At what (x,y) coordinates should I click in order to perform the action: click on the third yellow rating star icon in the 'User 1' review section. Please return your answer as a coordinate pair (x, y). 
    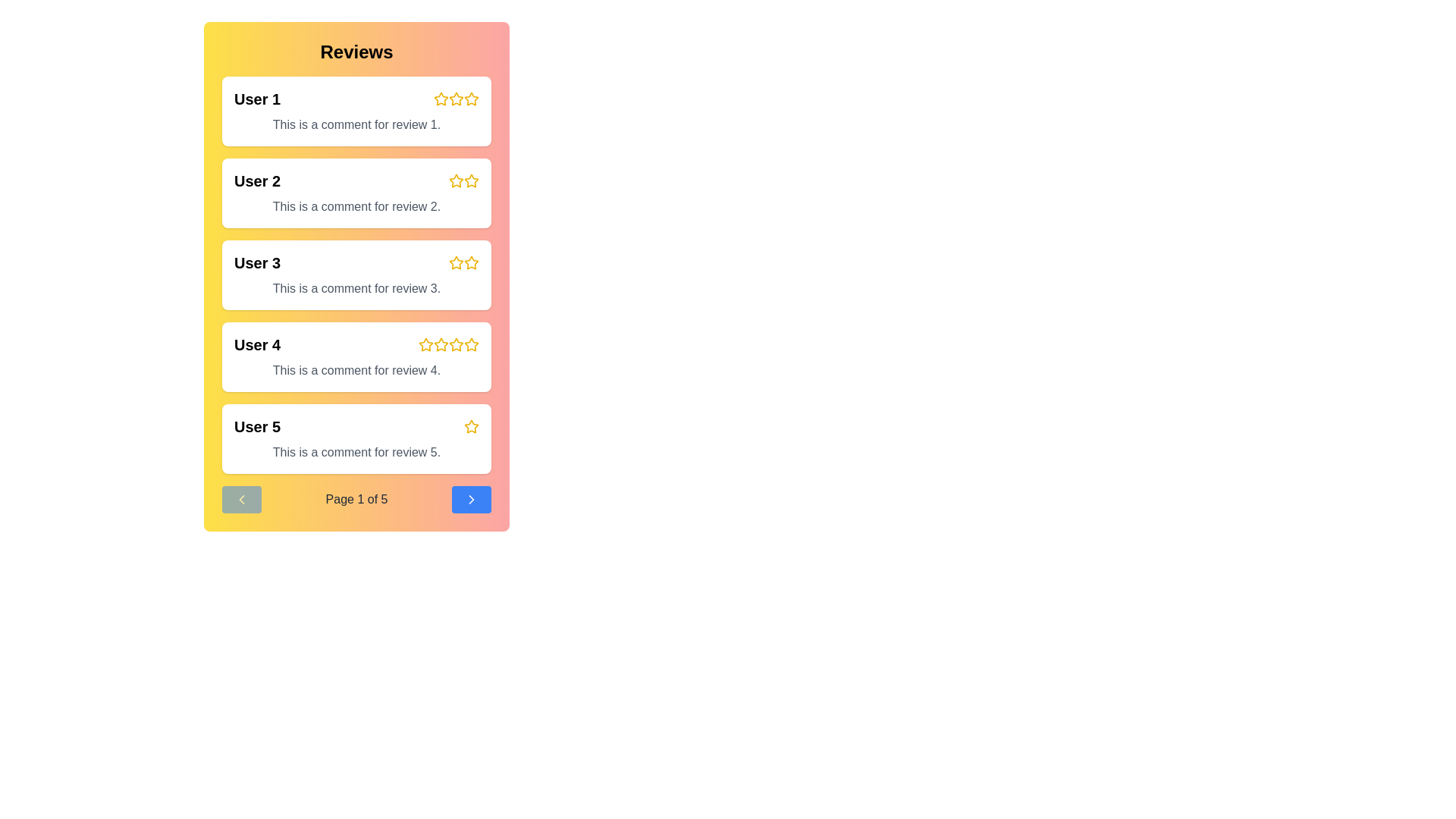
    Looking at the image, I should click on (455, 99).